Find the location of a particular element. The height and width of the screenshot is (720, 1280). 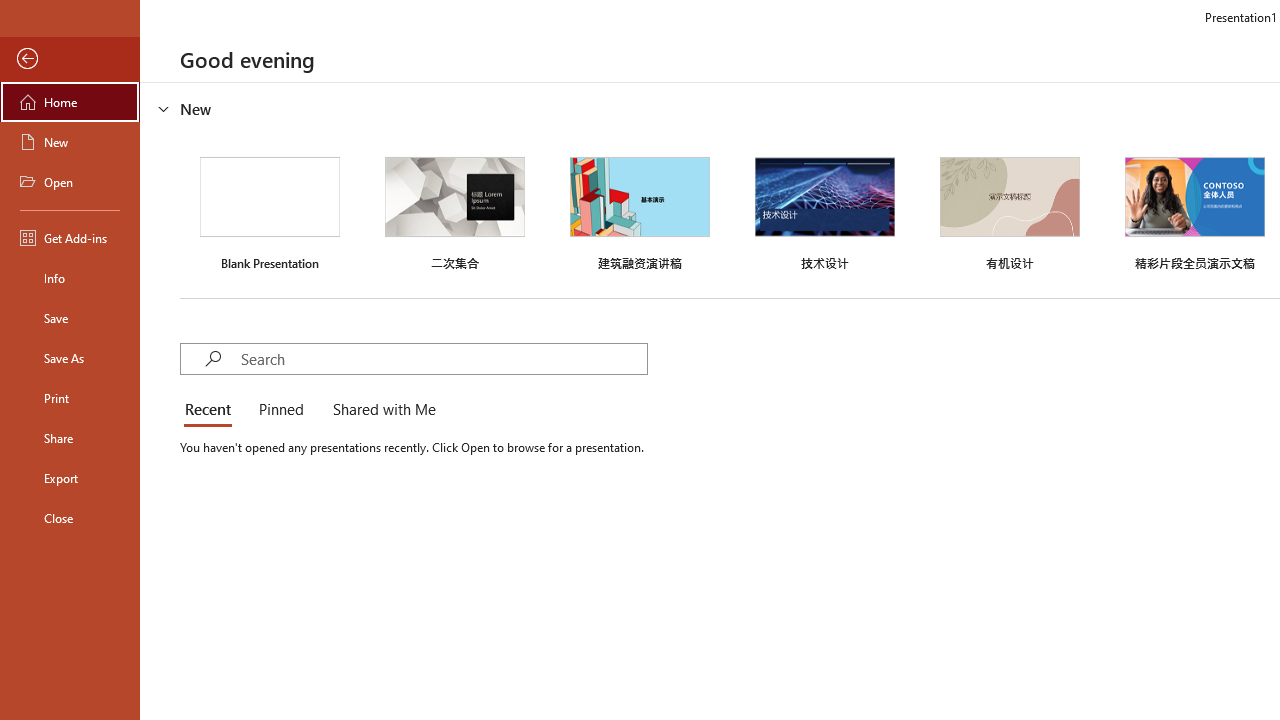

'Save As' is located at coordinates (69, 356).